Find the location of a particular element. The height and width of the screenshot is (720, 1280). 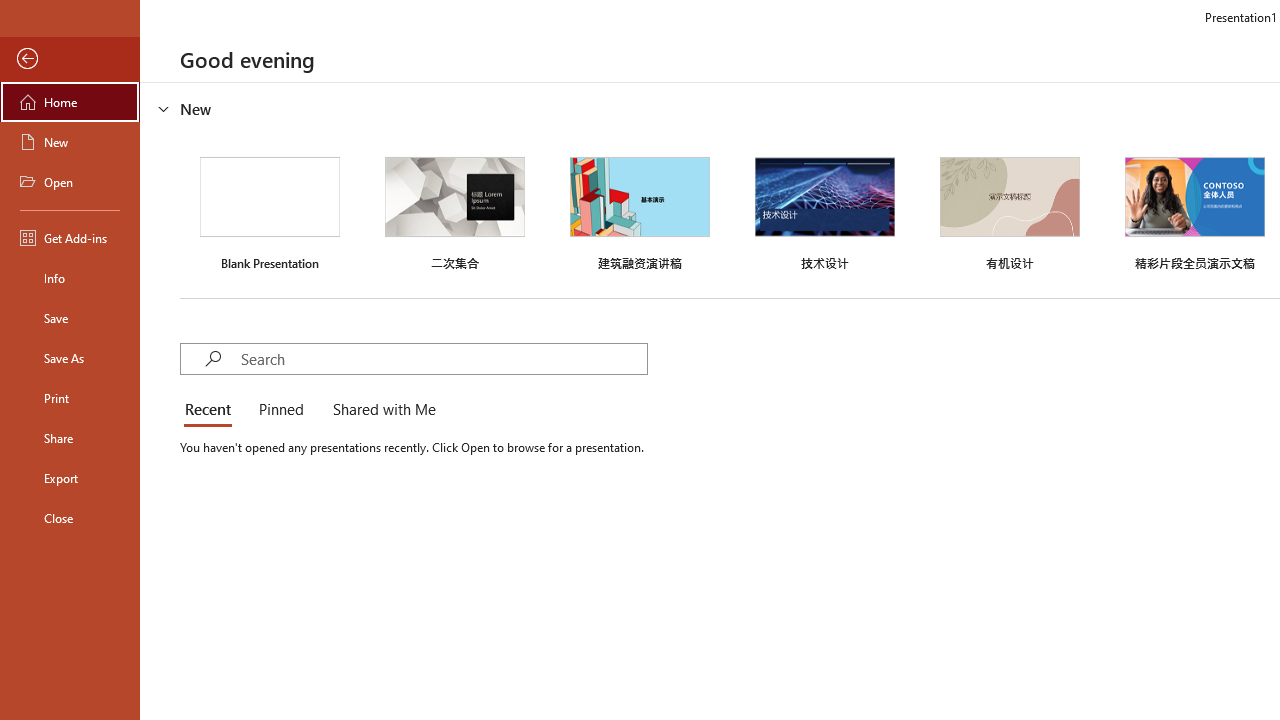

'Save As' is located at coordinates (69, 356).